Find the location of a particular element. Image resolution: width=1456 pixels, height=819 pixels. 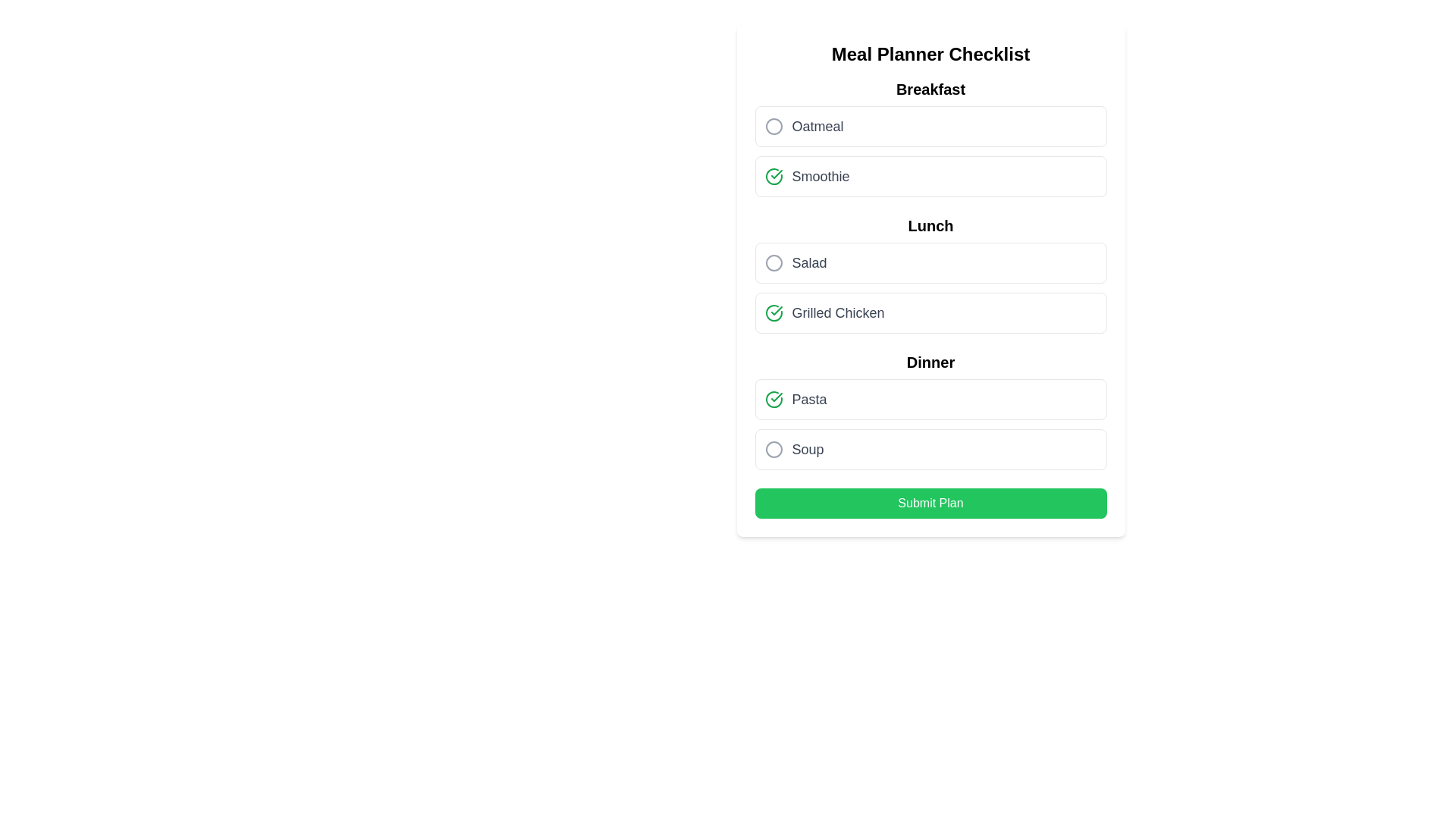

the selectable checklist item displaying 'Oatmeal' in gray font, located in the 'Breakfast' section of the checklist is located at coordinates (930, 125).